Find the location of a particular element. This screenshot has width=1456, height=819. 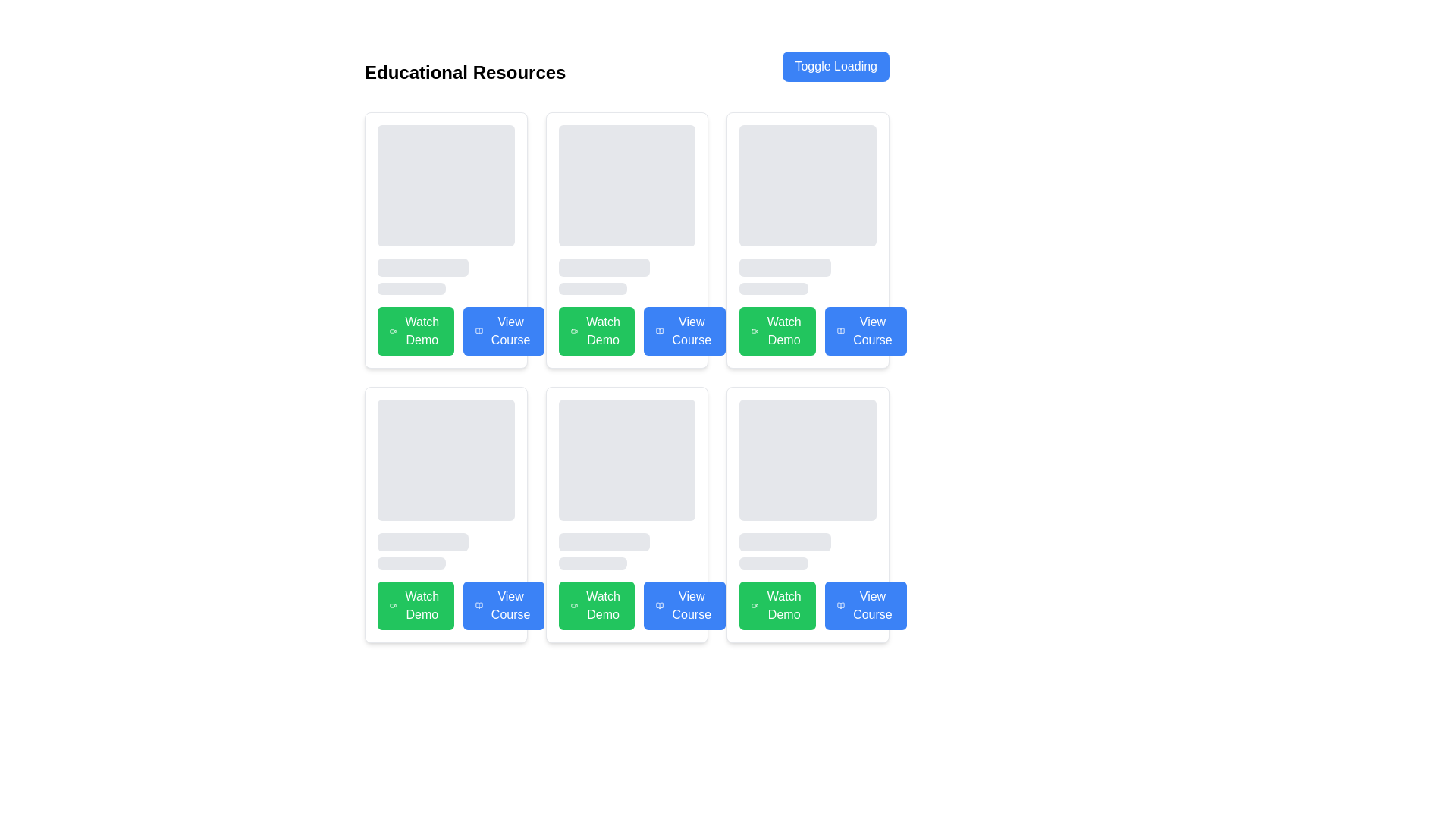

the button located in the bottom-left corner of the second card in the bottom row of the grid layout to navigate via keyboard is located at coordinates (416, 604).